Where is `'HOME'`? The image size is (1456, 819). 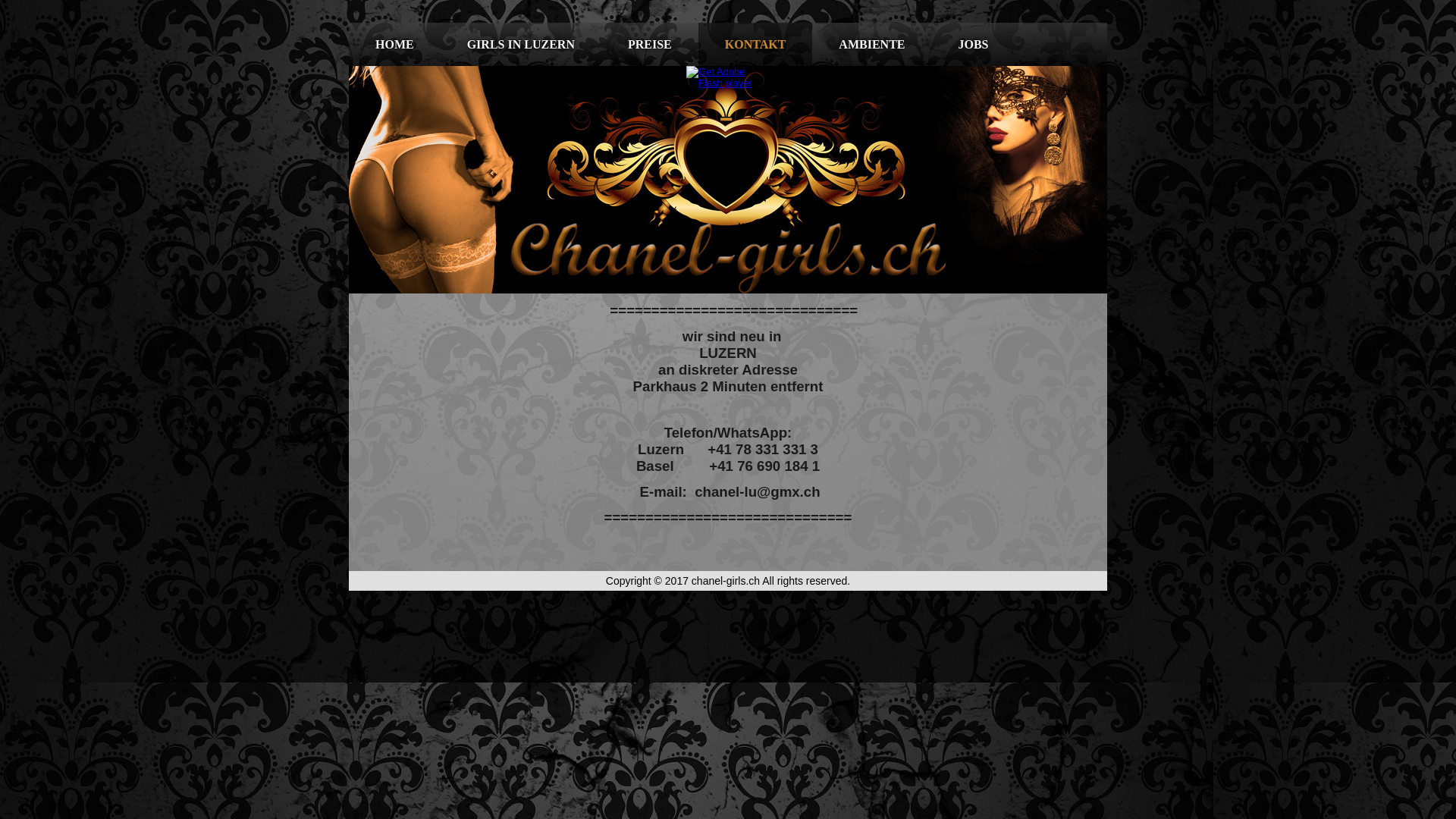 'HOME' is located at coordinates (394, 43).